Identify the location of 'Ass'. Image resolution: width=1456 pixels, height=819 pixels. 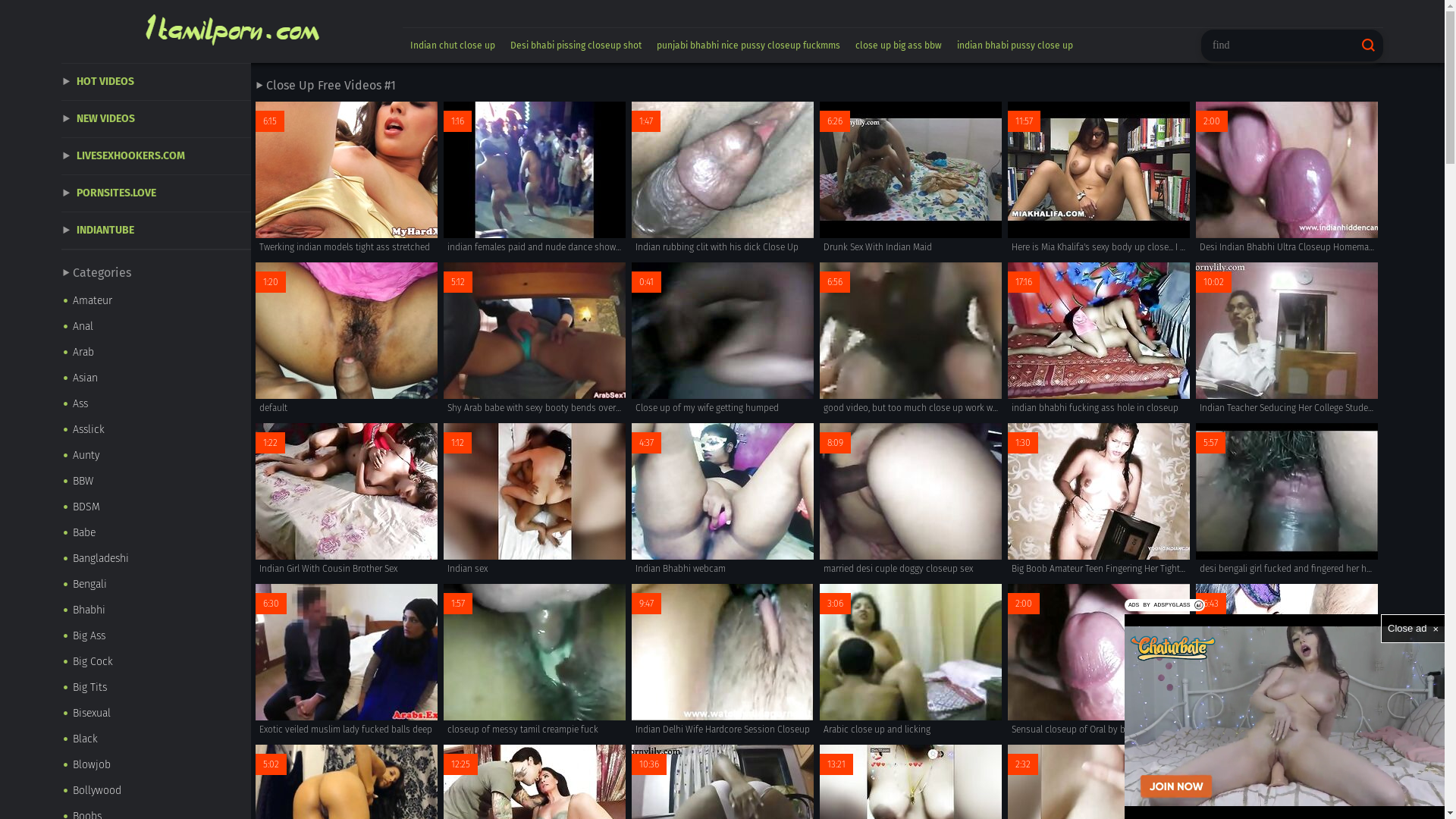
(156, 403).